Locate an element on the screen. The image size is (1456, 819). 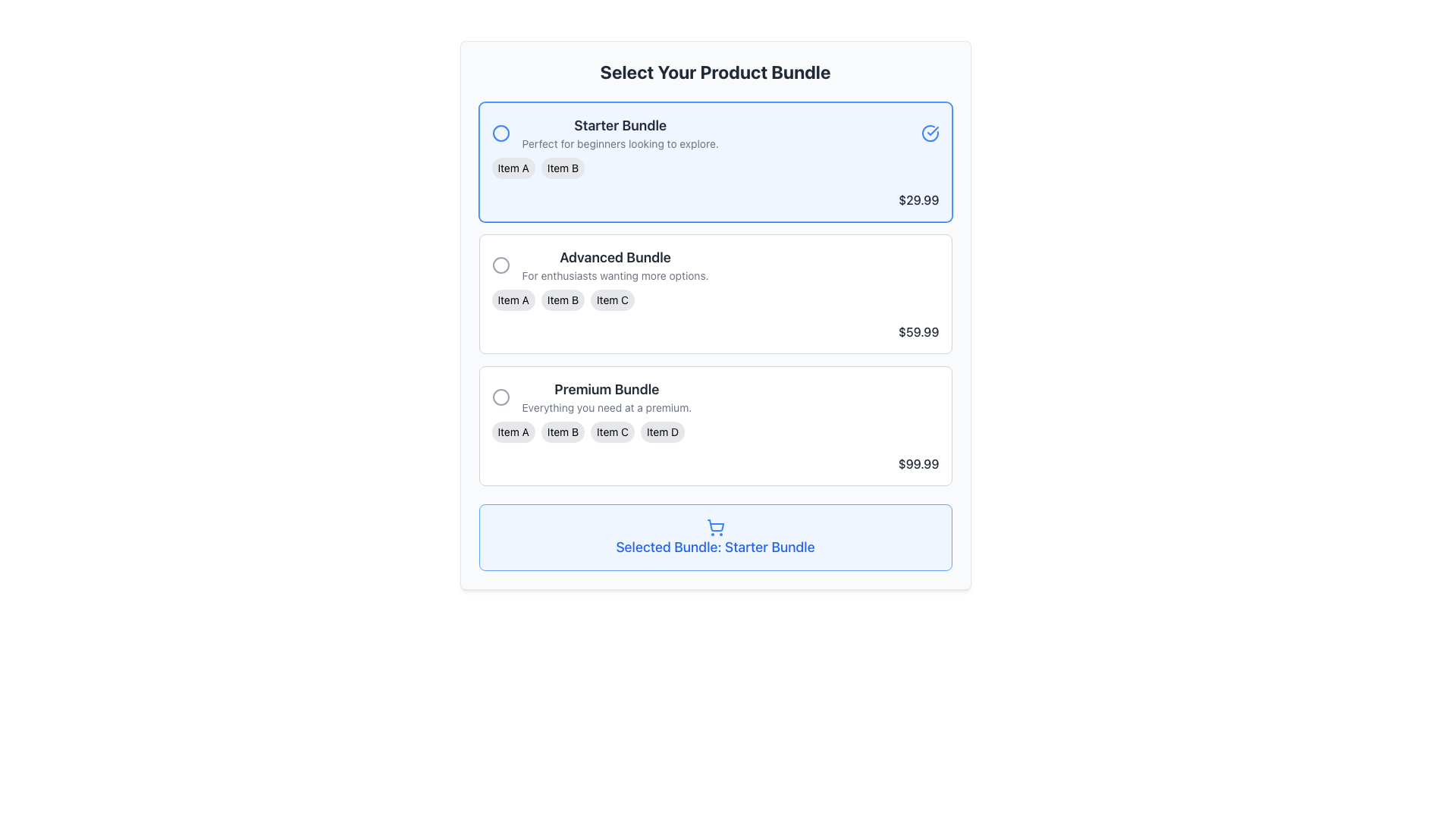
the informational card displaying 'Selected Bundle: Starter Bundle' located at the bottom of the 'Select Your Product Bundle' section is located at coordinates (714, 536).